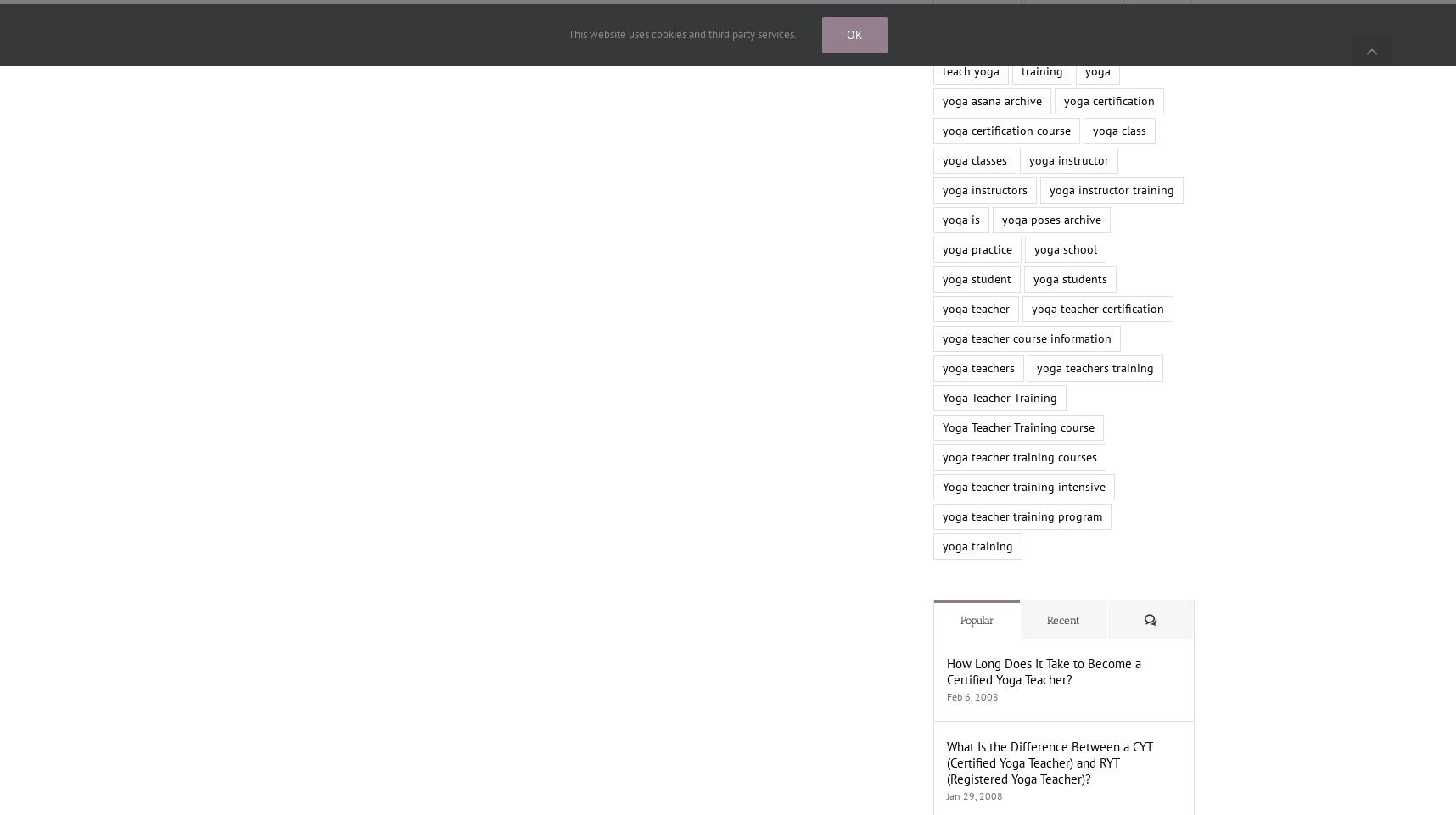 The width and height of the screenshot is (1456, 815). What do you see at coordinates (945, 762) in the screenshot?
I see `'What Is the Difference Between a CYT (Certified Yoga Teacher) and RYT (Registered Yoga Teacher)?'` at bounding box center [945, 762].